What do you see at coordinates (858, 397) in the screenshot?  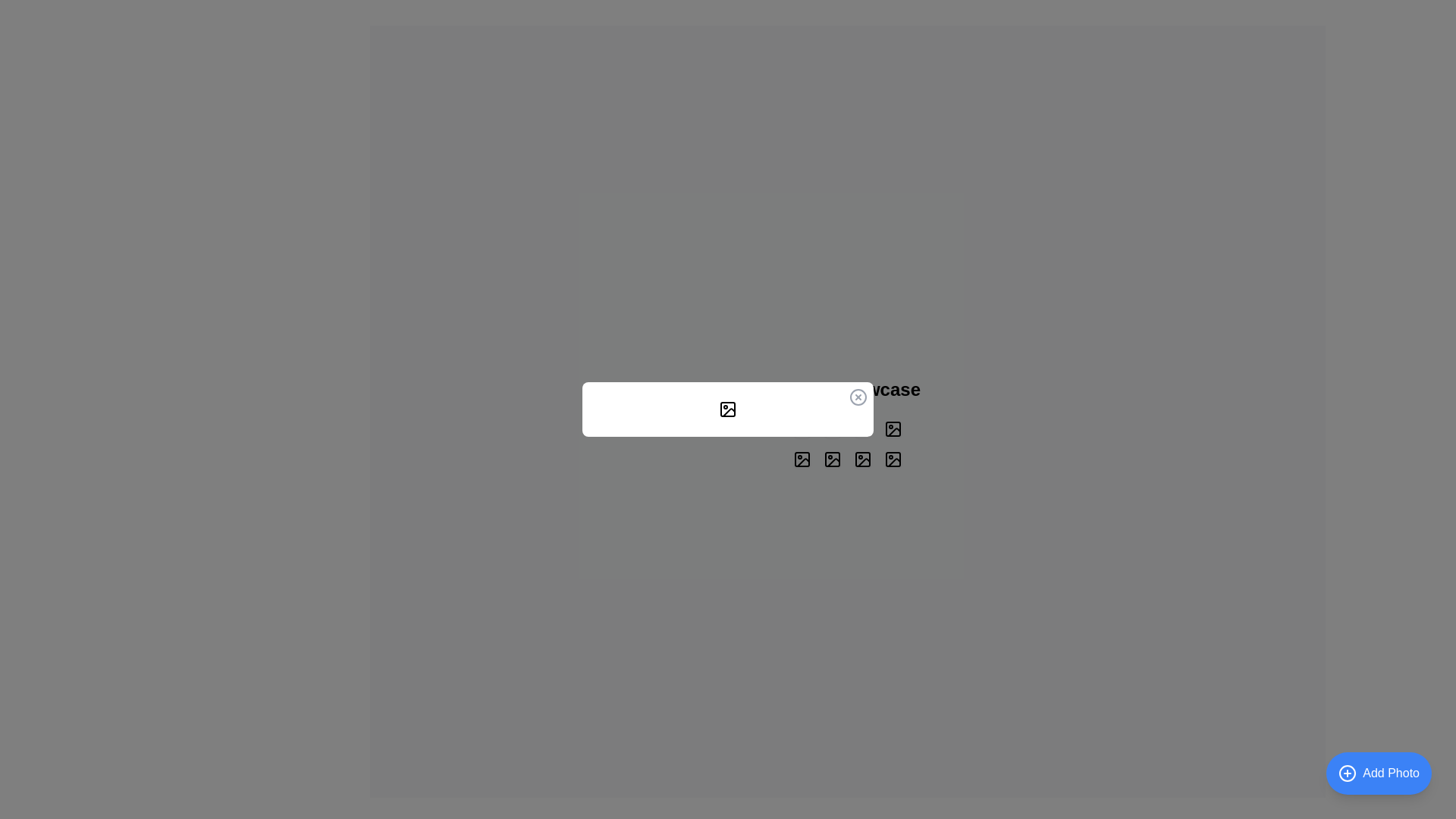 I see `the SVG circle icon, which serves as a close button, by clicking on it` at bounding box center [858, 397].